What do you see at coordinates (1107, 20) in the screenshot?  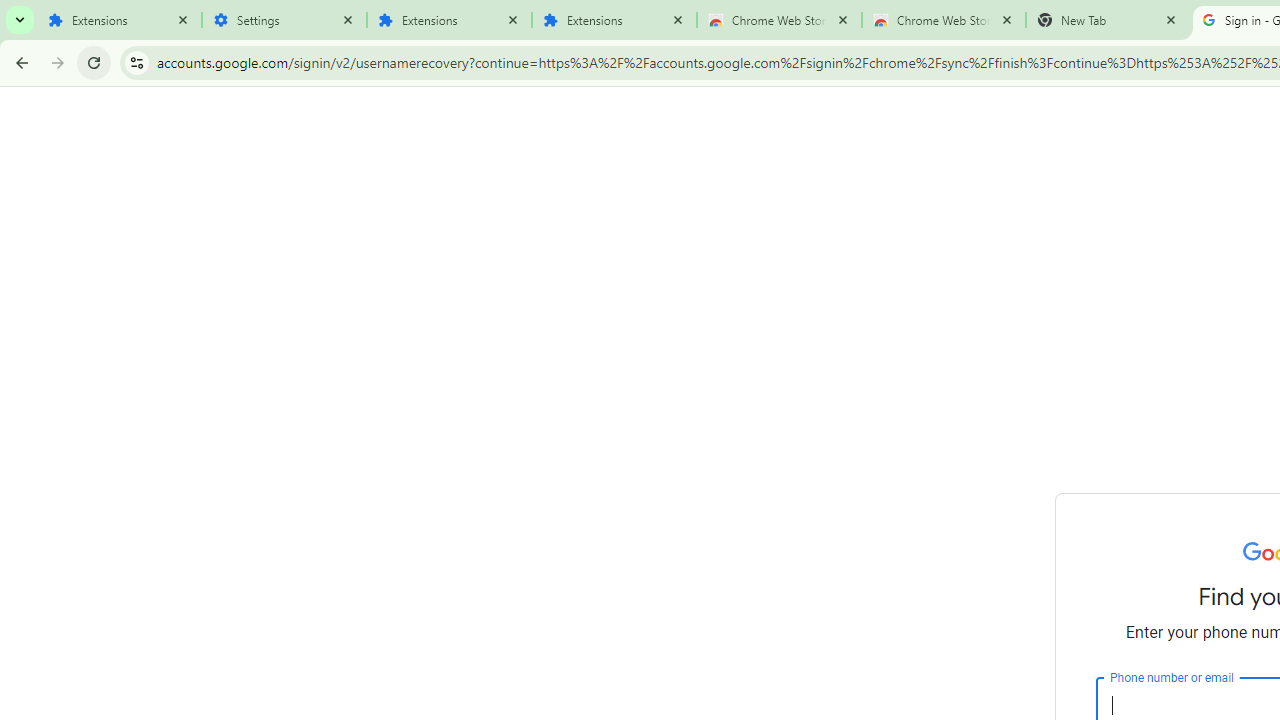 I see `'New Tab'` at bounding box center [1107, 20].